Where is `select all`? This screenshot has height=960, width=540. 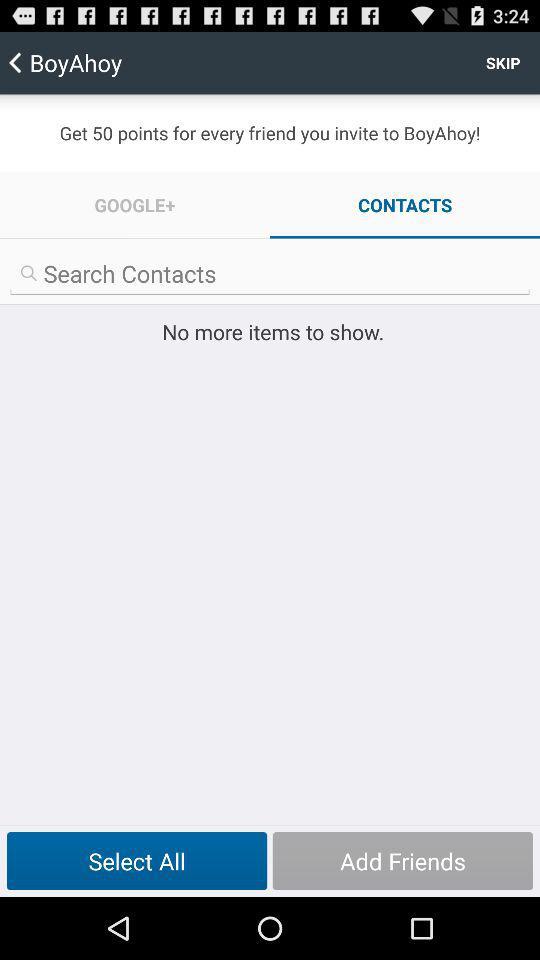 select all is located at coordinates (136, 860).